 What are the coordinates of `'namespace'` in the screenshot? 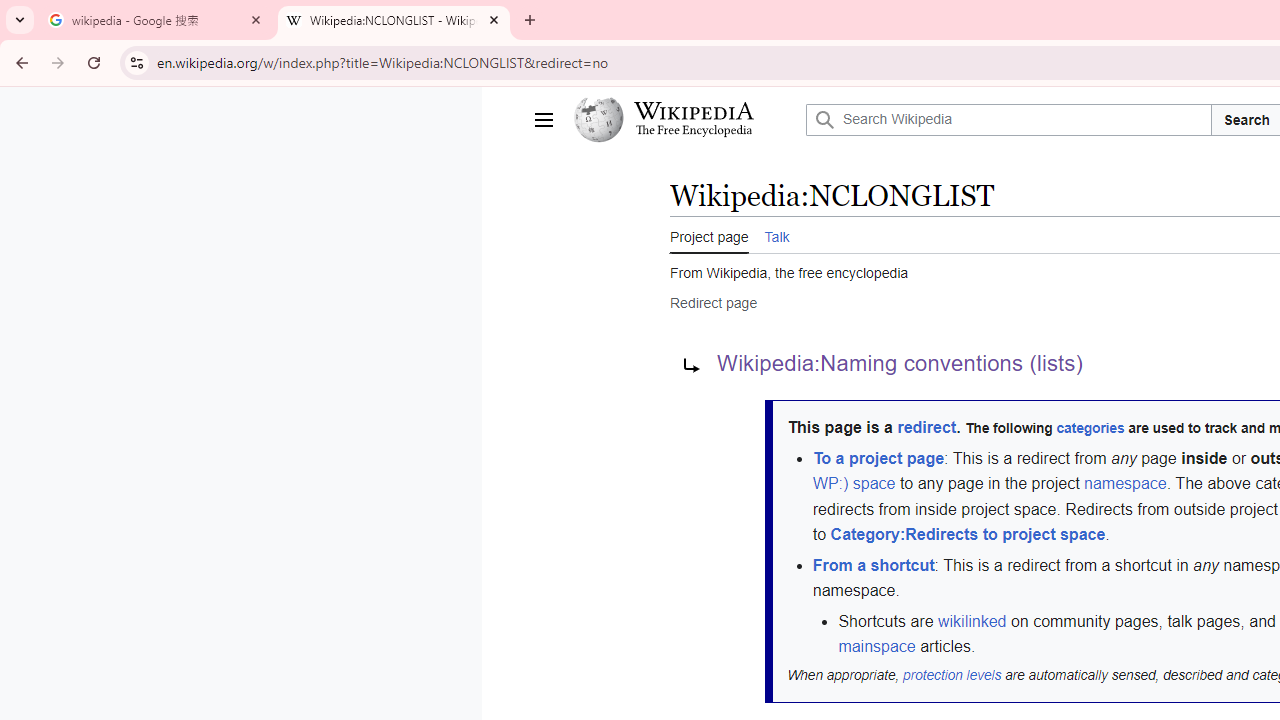 It's located at (1125, 484).